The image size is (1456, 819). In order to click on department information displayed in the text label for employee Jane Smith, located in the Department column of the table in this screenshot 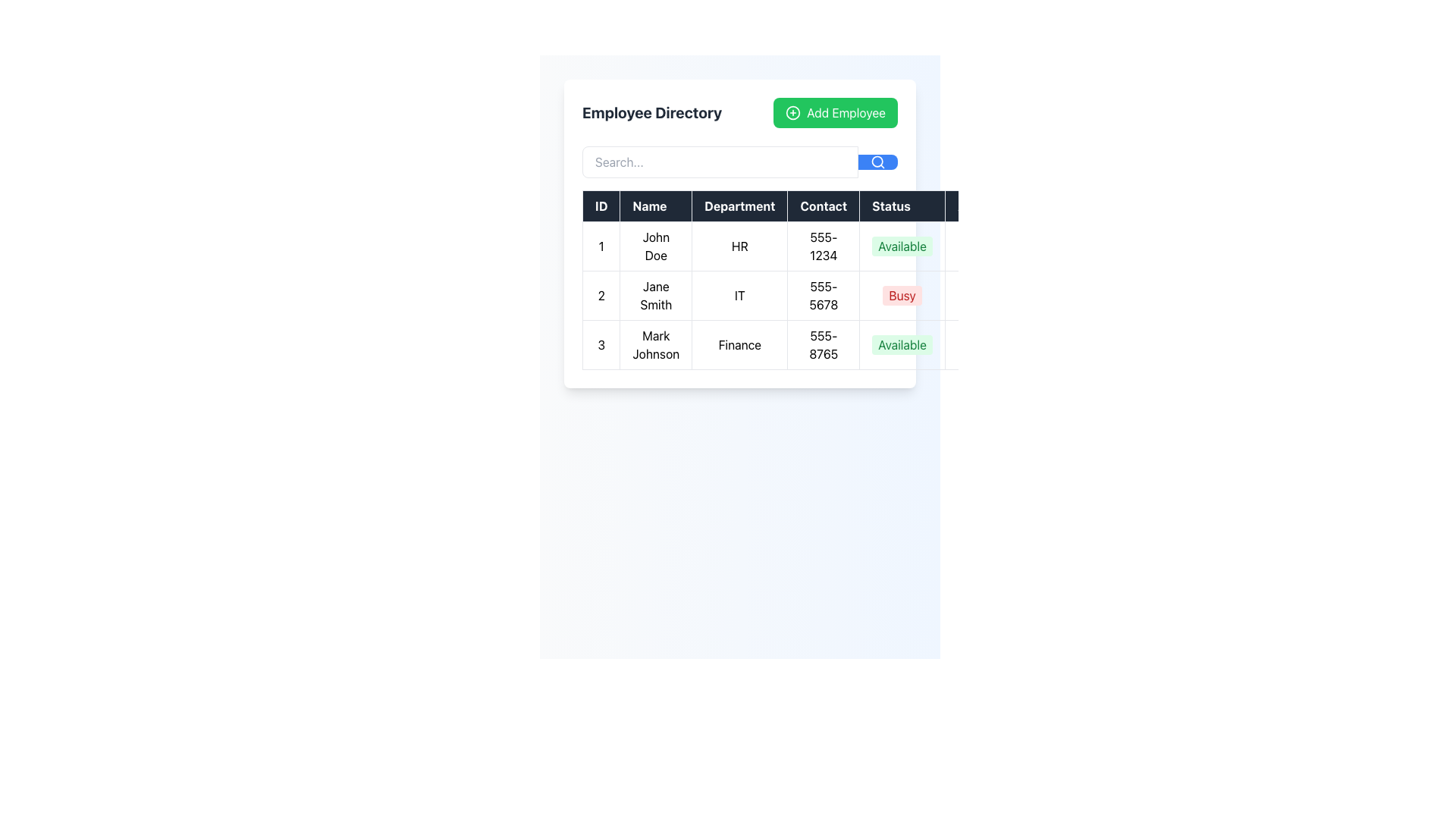, I will do `click(739, 295)`.